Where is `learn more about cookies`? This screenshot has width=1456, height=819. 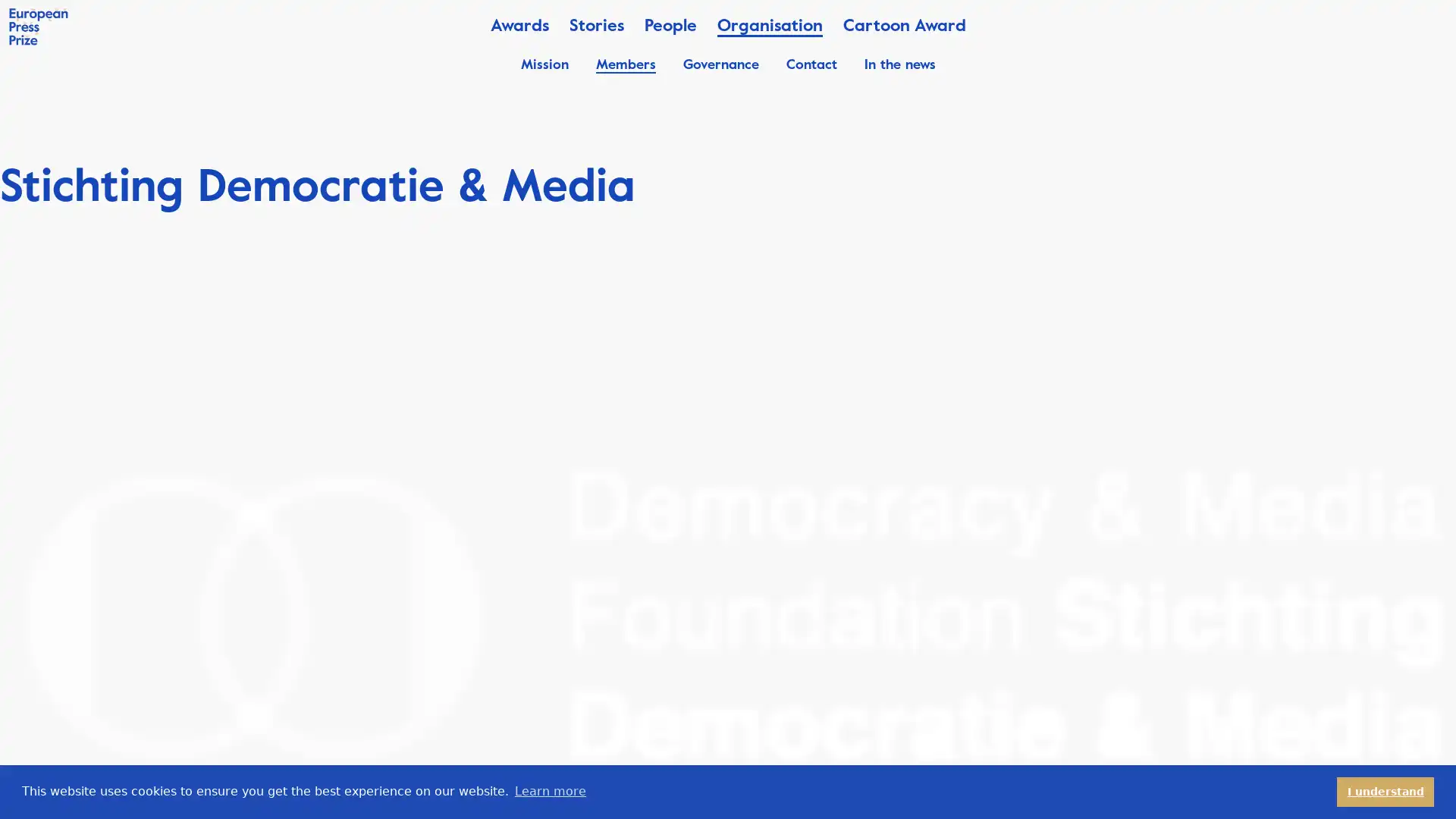
learn more about cookies is located at coordinates (549, 791).